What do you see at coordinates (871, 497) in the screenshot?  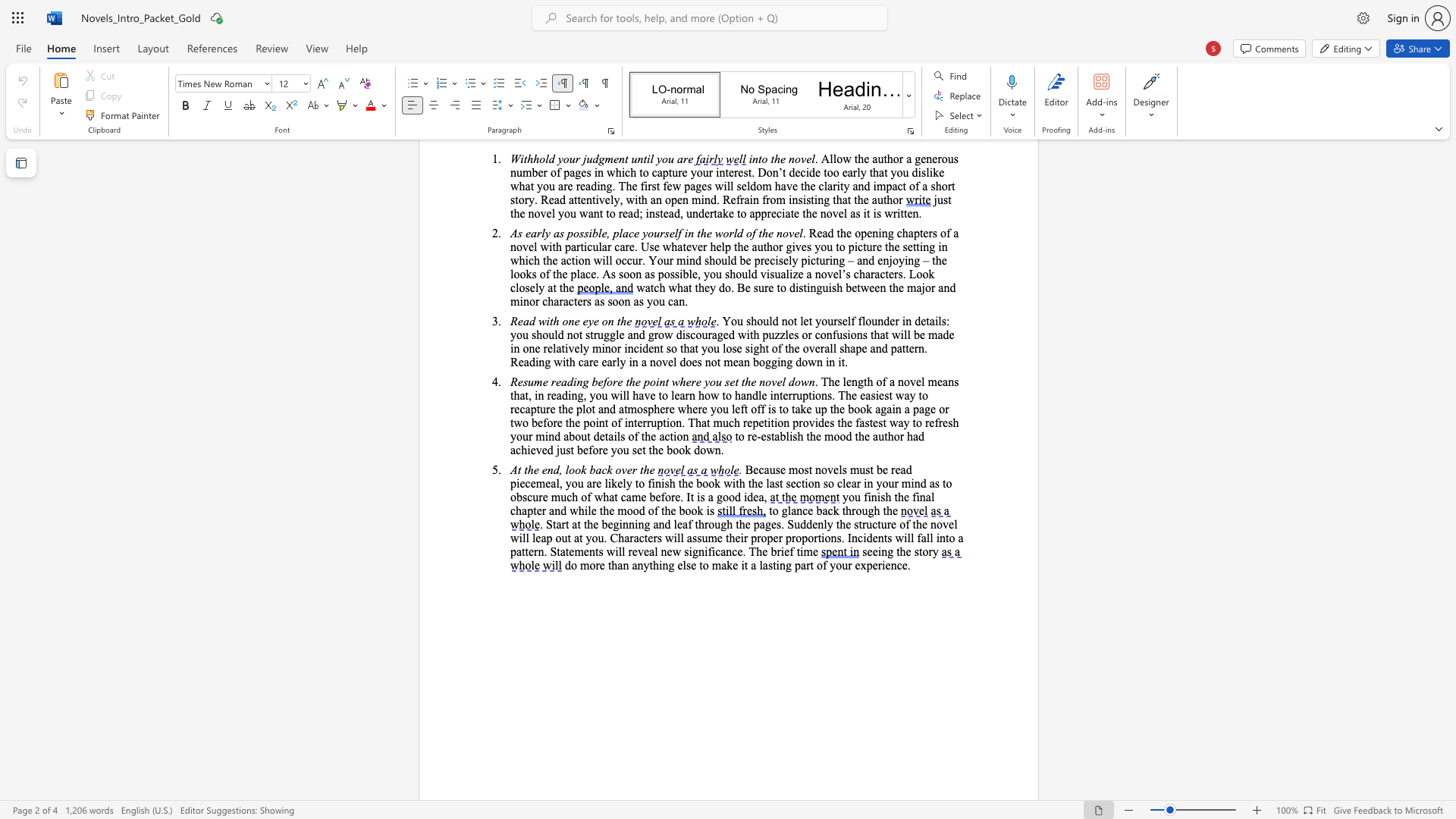 I see `the subset text "nish th" within the text "you finish the"` at bounding box center [871, 497].